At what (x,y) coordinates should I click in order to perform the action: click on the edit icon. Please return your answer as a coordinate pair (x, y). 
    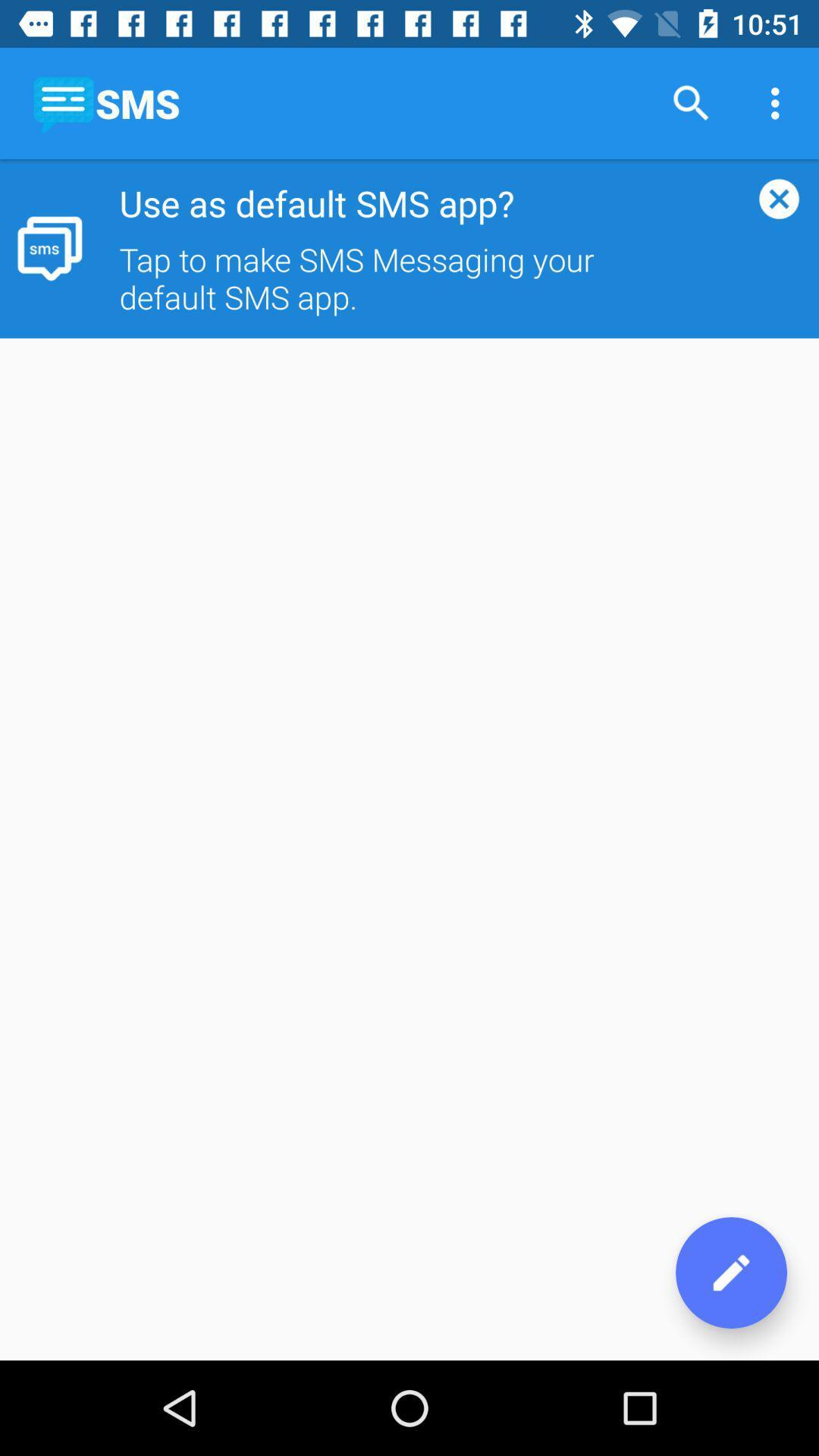
    Looking at the image, I should click on (730, 1272).